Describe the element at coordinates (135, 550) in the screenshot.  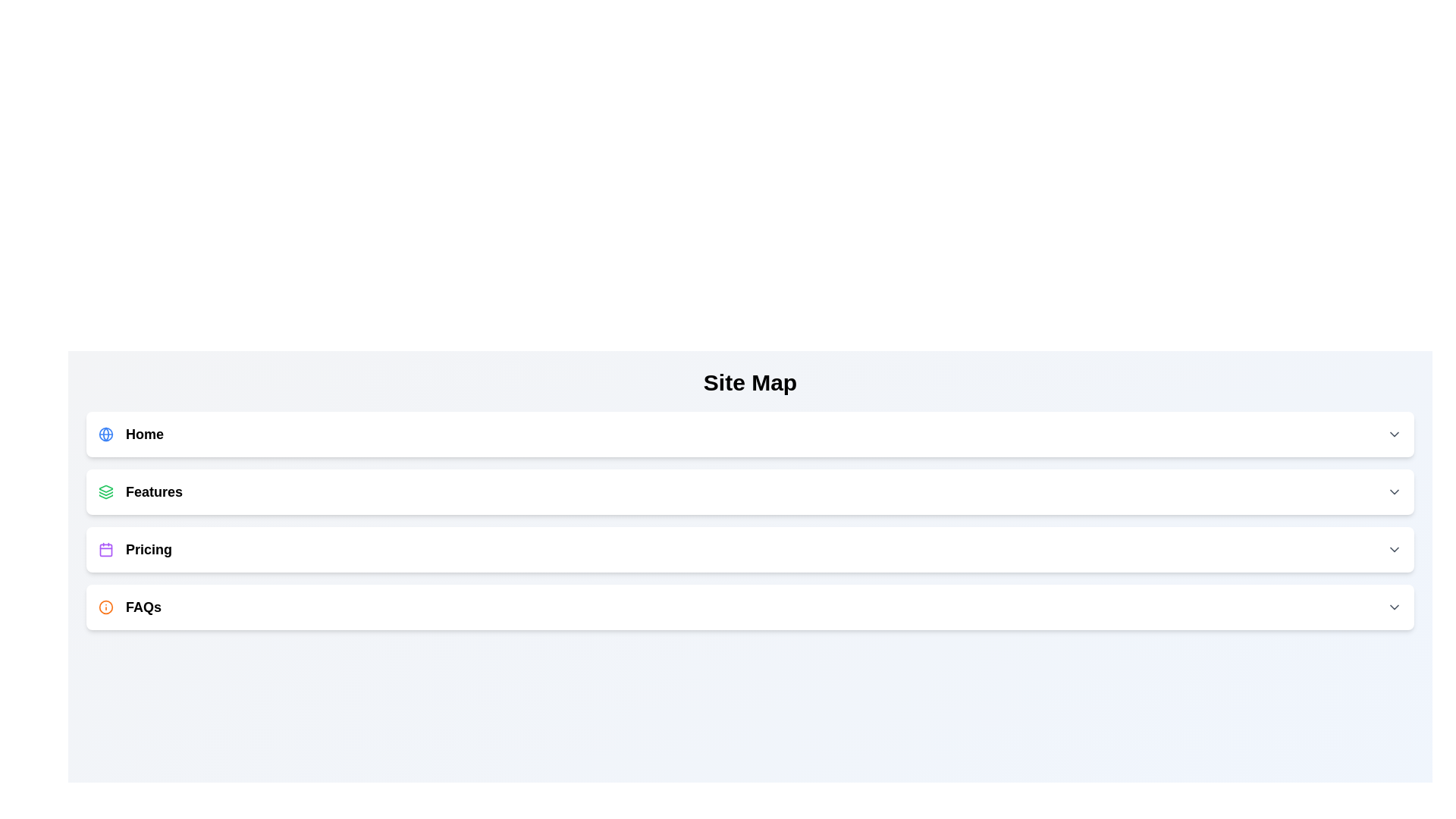
I see `the third item in the vertical list of options, which is a button-like text with an associated icon for pricing details, located below the 'Features' and above the 'FAQs'` at that location.